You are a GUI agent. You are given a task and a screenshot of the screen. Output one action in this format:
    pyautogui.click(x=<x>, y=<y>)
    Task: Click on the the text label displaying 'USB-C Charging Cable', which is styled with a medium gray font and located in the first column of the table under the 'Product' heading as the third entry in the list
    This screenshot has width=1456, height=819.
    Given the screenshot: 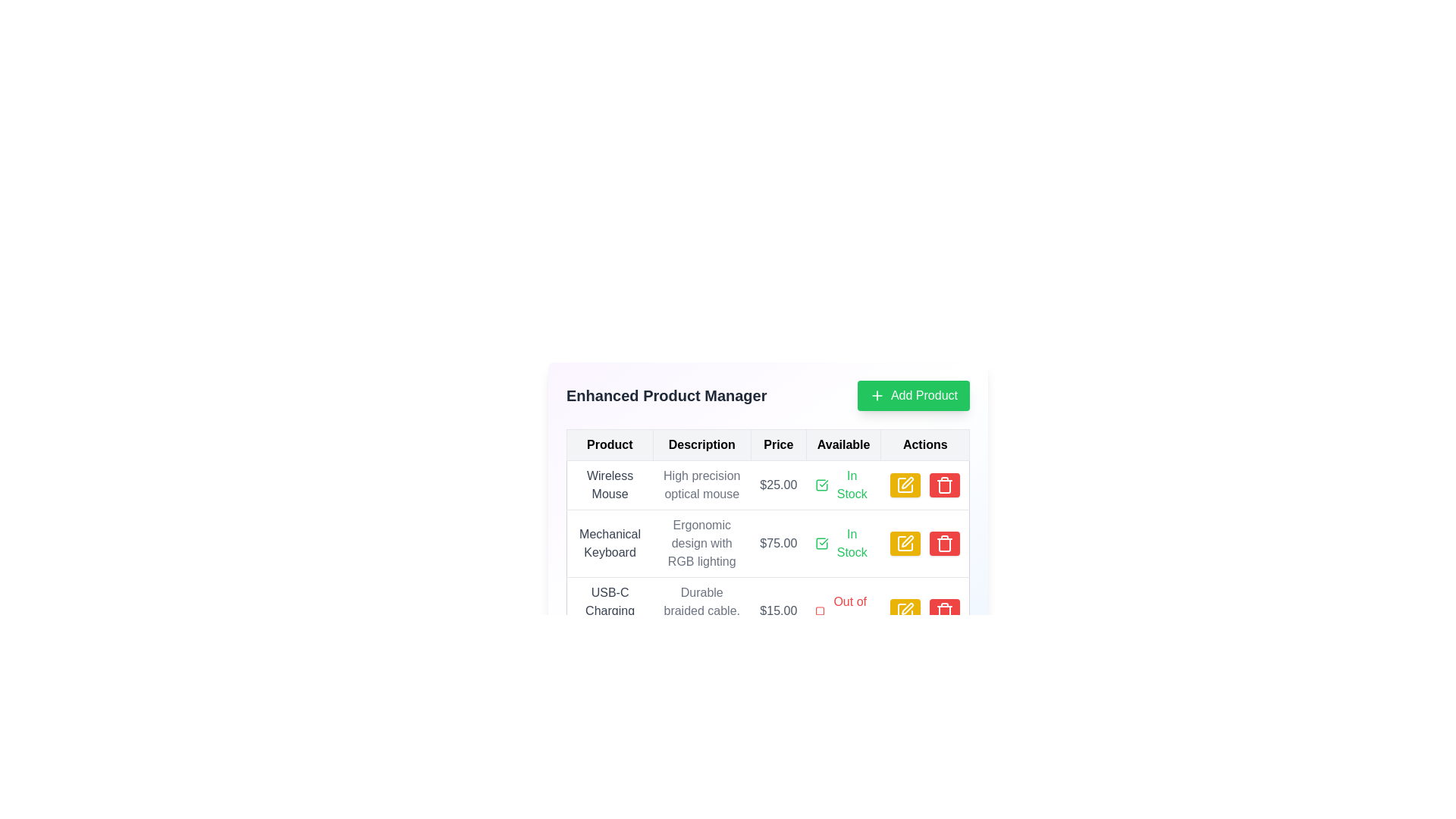 What is the action you would take?
    pyautogui.click(x=610, y=610)
    